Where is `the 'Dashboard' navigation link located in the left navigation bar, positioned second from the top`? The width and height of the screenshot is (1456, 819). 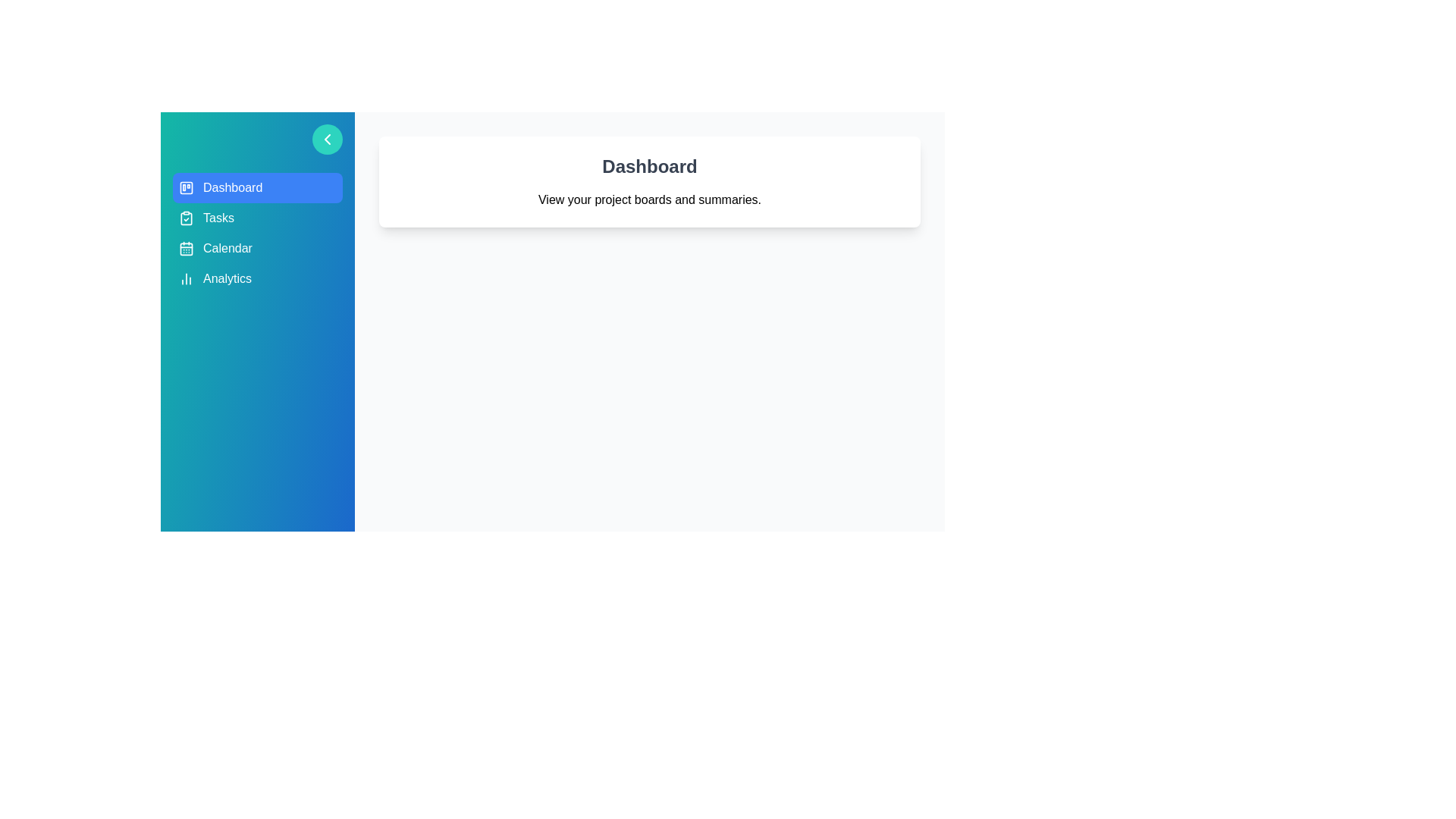 the 'Dashboard' navigation link located in the left navigation bar, positioned second from the top is located at coordinates (232, 187).